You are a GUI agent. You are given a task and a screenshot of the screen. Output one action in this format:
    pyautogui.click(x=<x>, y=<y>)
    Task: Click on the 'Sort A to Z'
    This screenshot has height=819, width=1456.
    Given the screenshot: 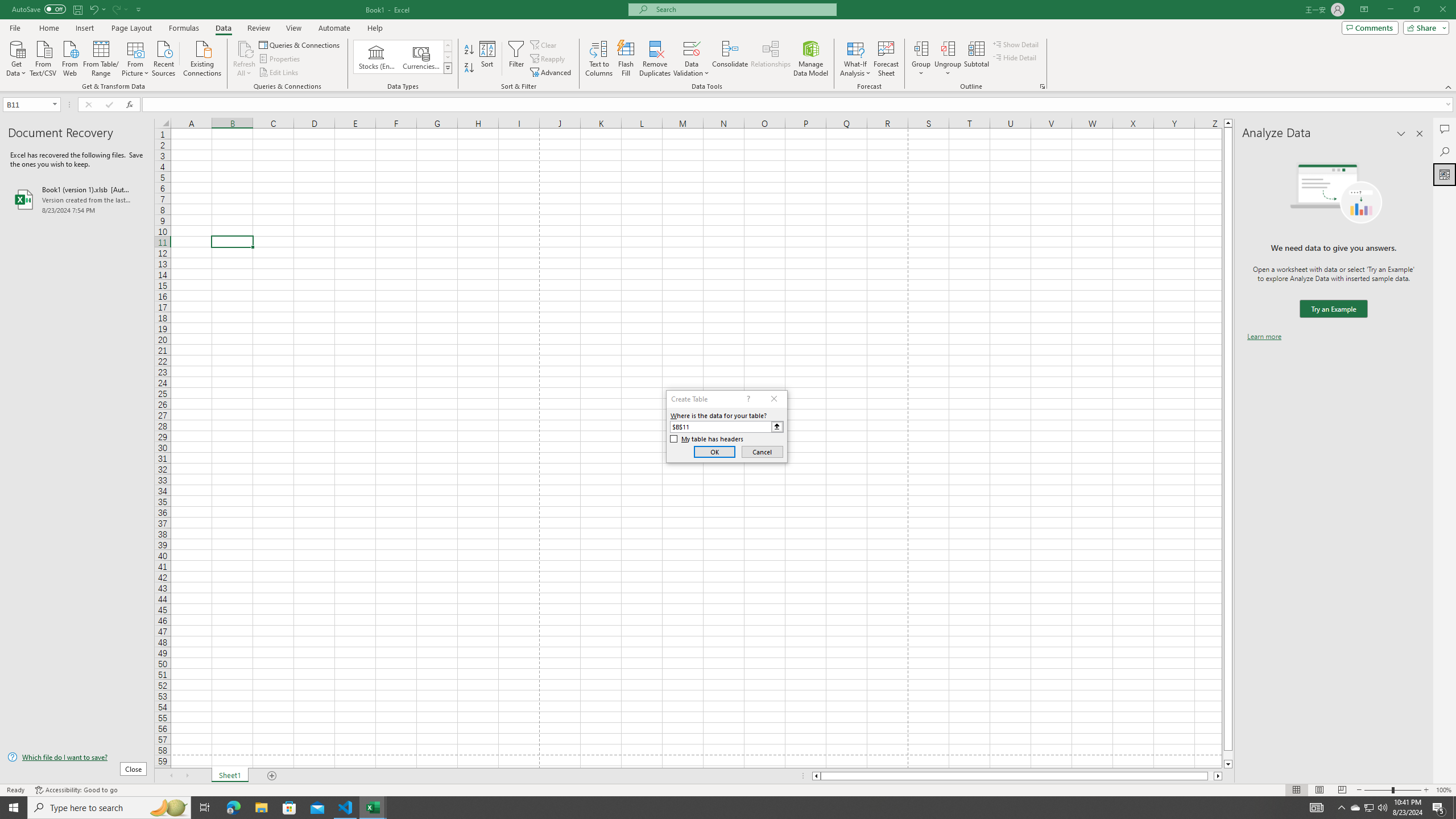 What is the action you would take?
    pyautogui.click(x=469, y=49)
    